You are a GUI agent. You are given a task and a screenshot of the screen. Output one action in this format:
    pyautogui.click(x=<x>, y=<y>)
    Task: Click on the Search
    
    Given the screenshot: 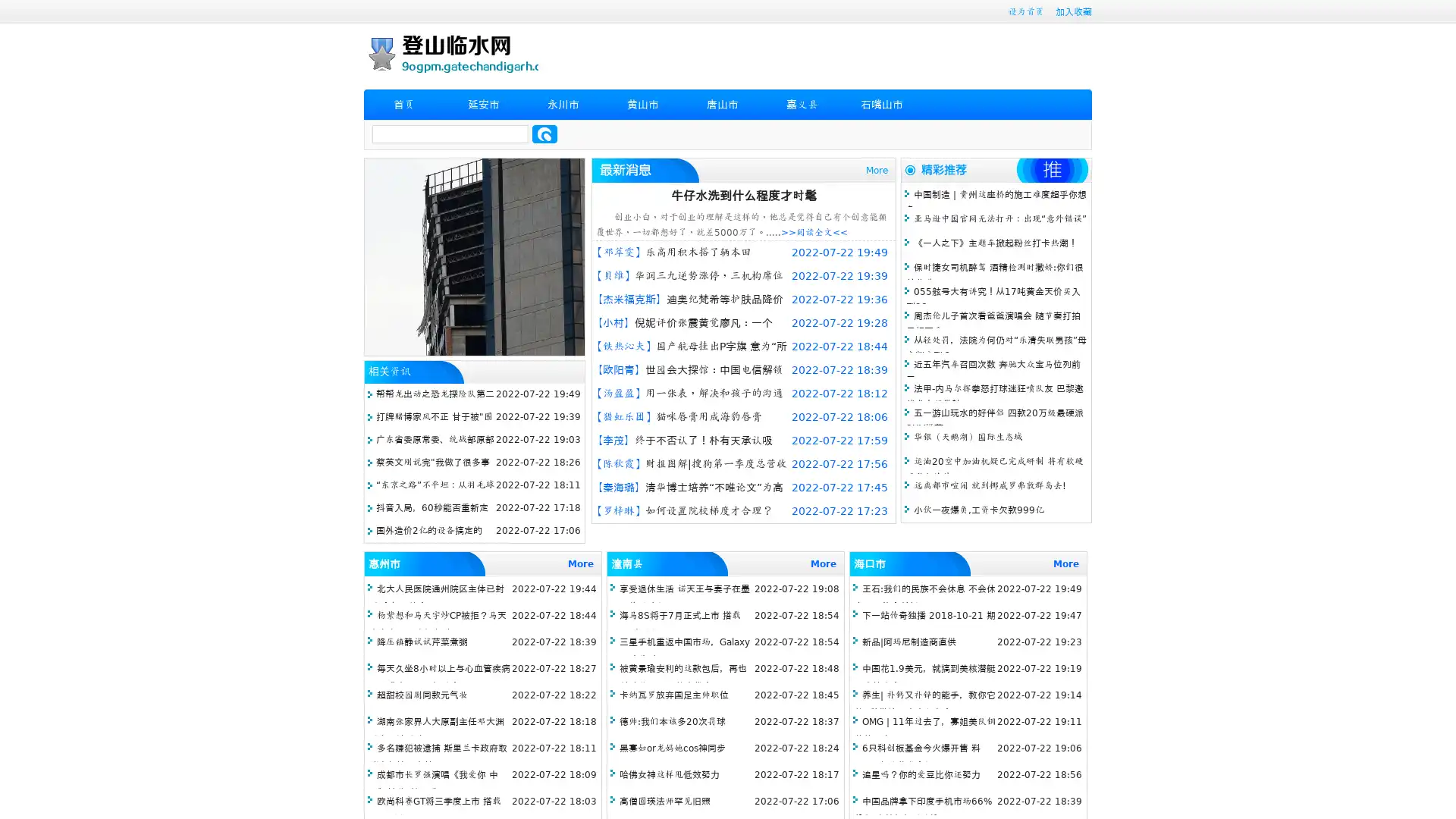 What is the action you would take?
    pyautogui.click(x=544, y=133)
    